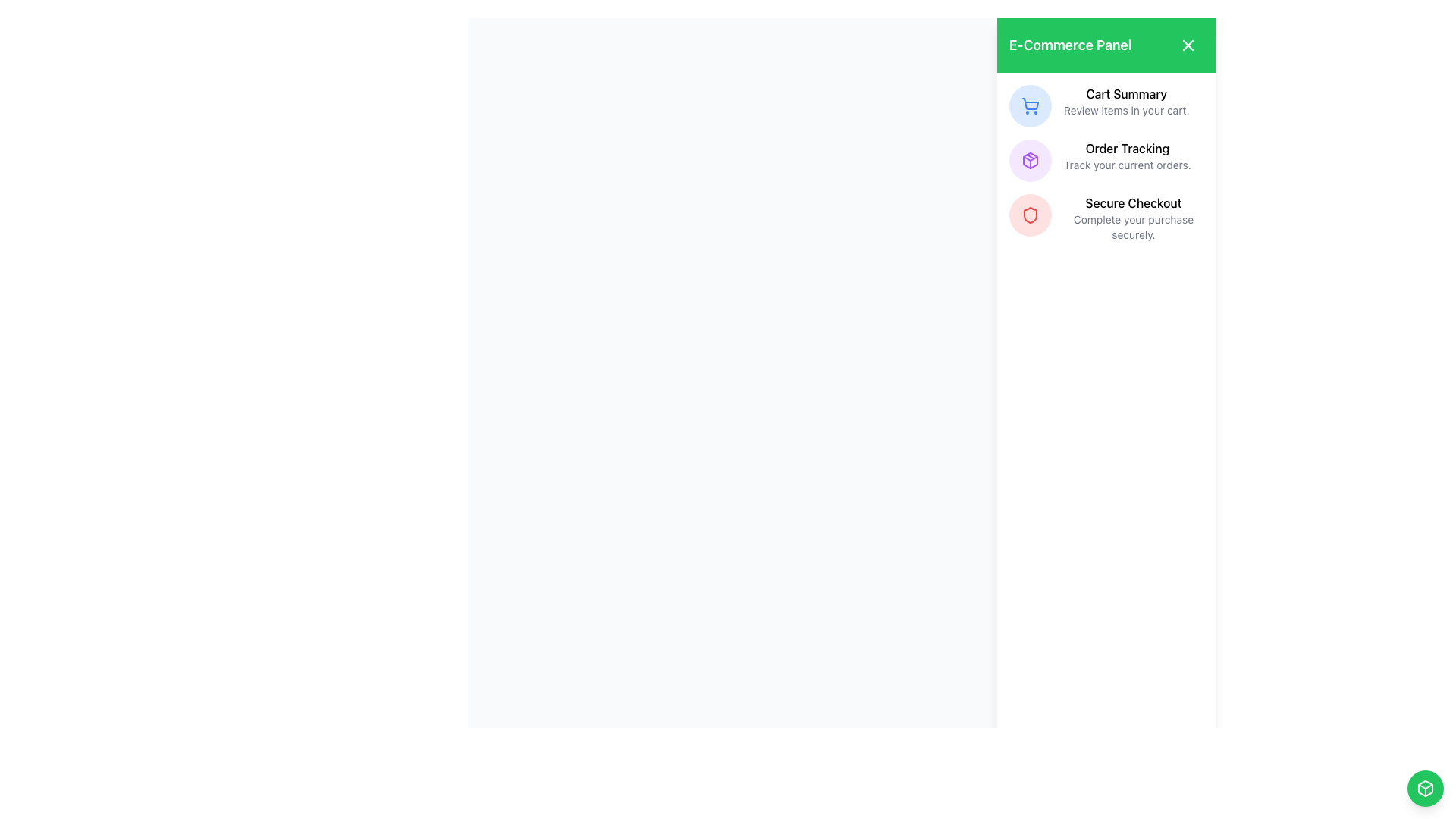  Describe the element at coordinates (1030, 215) in the screenshot. I see `the 'Secure Checkout' icon, which visually represents secure transactions with shield imagery, located in the E-Commerce Panel header` at that location.